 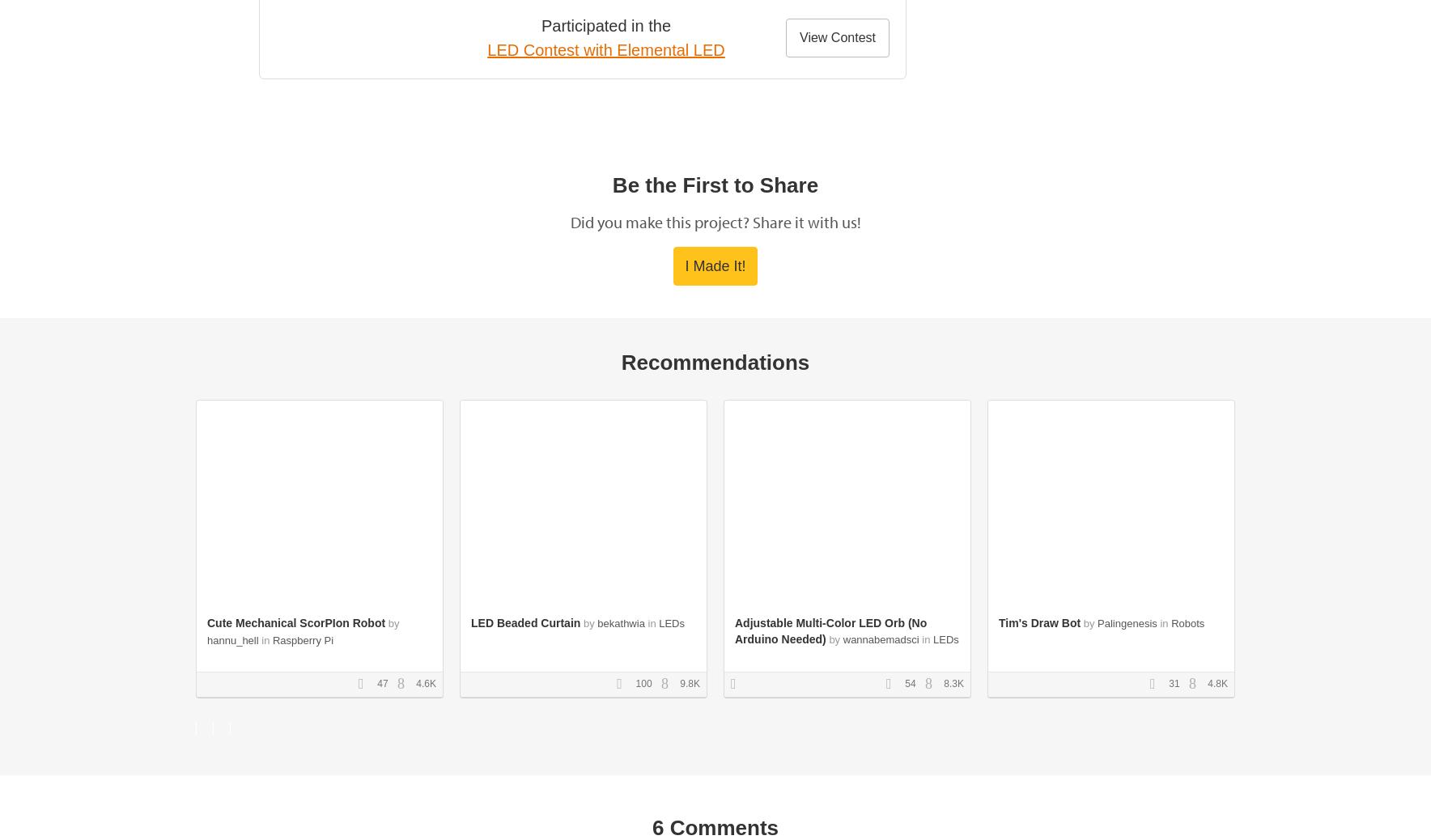 I want to click on 'bekathwia', so click(x=620, y=622).